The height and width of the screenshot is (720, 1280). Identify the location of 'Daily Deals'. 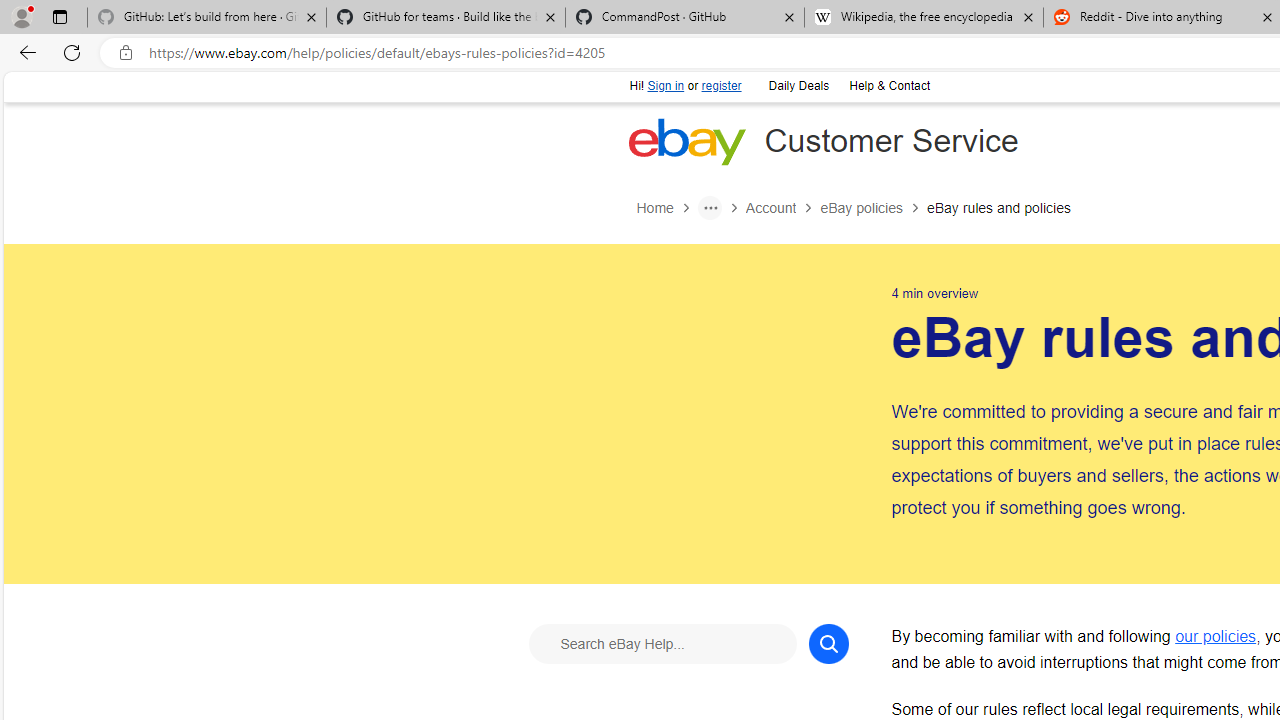
(796, 83).